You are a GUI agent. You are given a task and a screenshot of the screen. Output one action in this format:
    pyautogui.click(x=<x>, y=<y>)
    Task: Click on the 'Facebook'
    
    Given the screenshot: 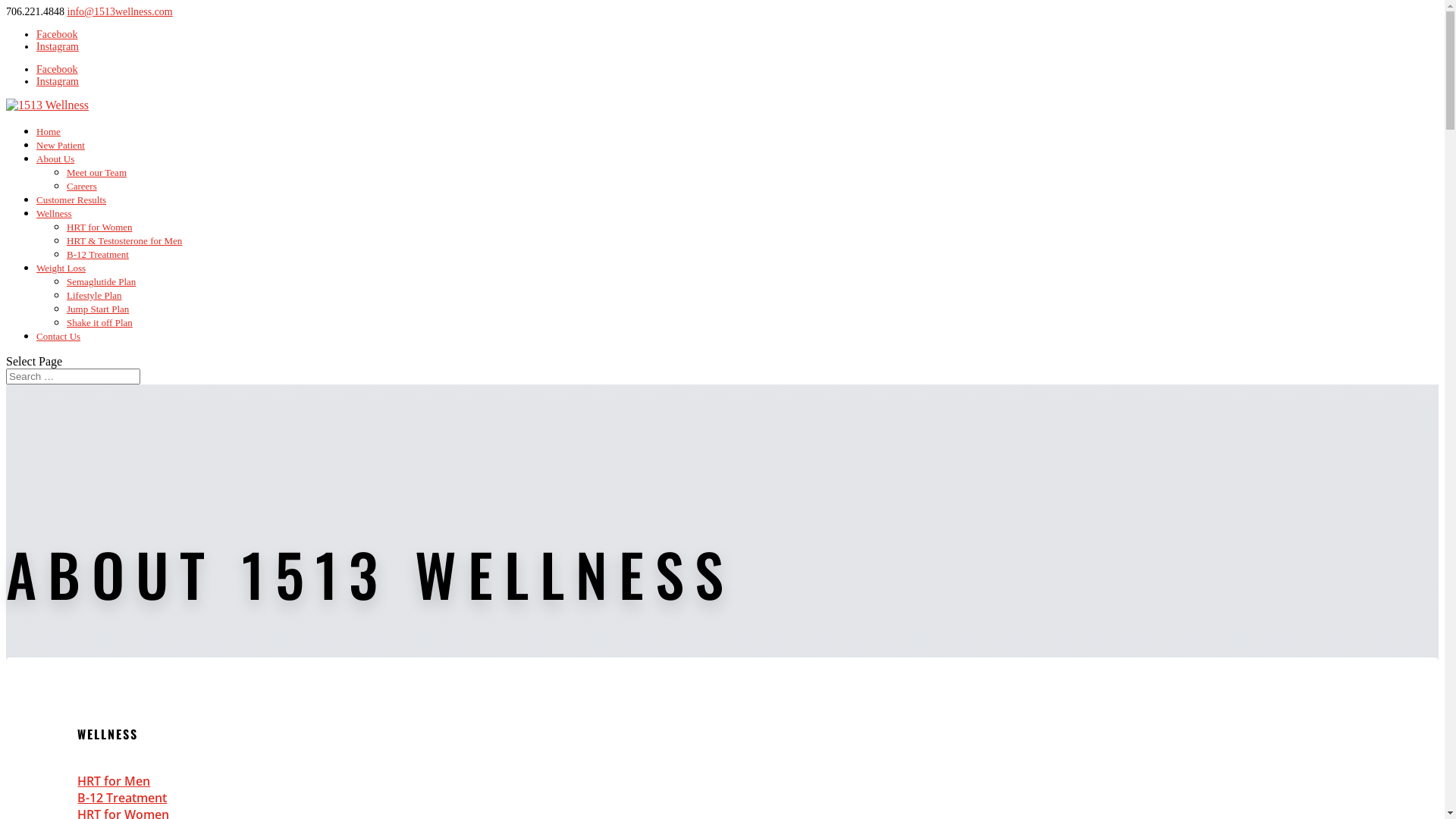 What is the action you would take?
    pyautogui.click(x=57, y=34)
    